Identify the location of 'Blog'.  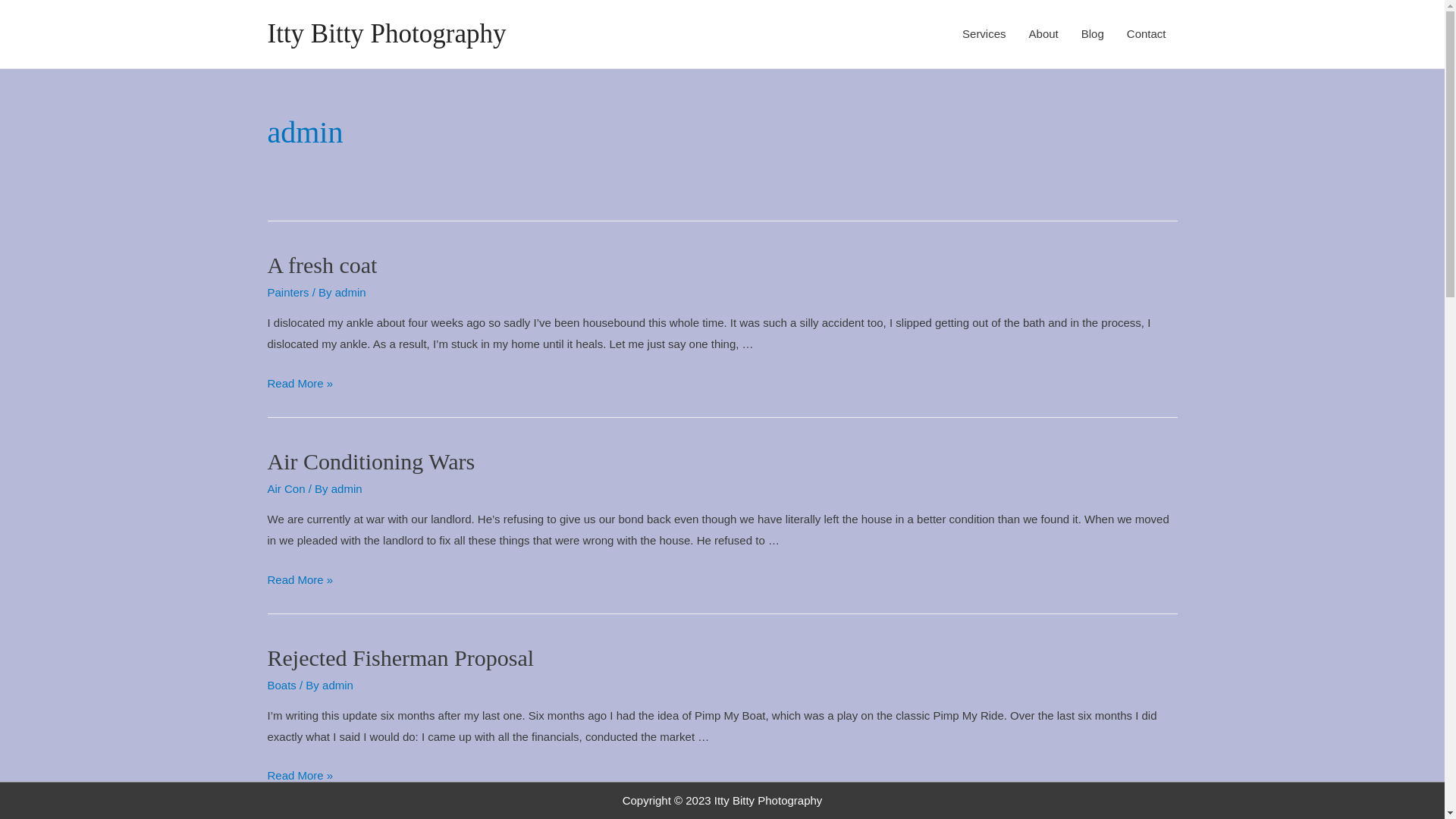
(1092, 34).